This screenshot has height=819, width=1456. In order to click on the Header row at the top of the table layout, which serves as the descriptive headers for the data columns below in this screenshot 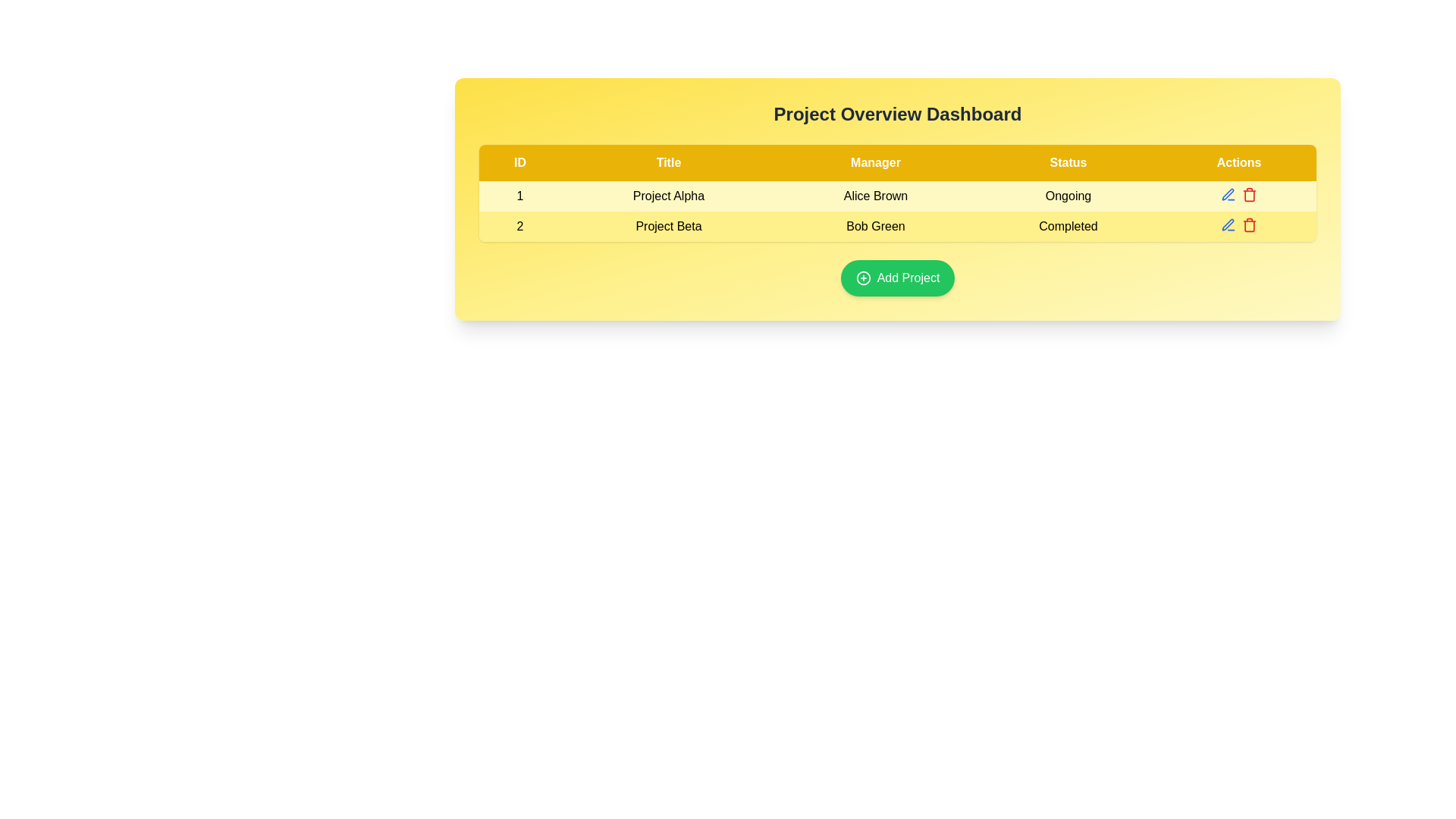, I will do `click(898, 163)`.